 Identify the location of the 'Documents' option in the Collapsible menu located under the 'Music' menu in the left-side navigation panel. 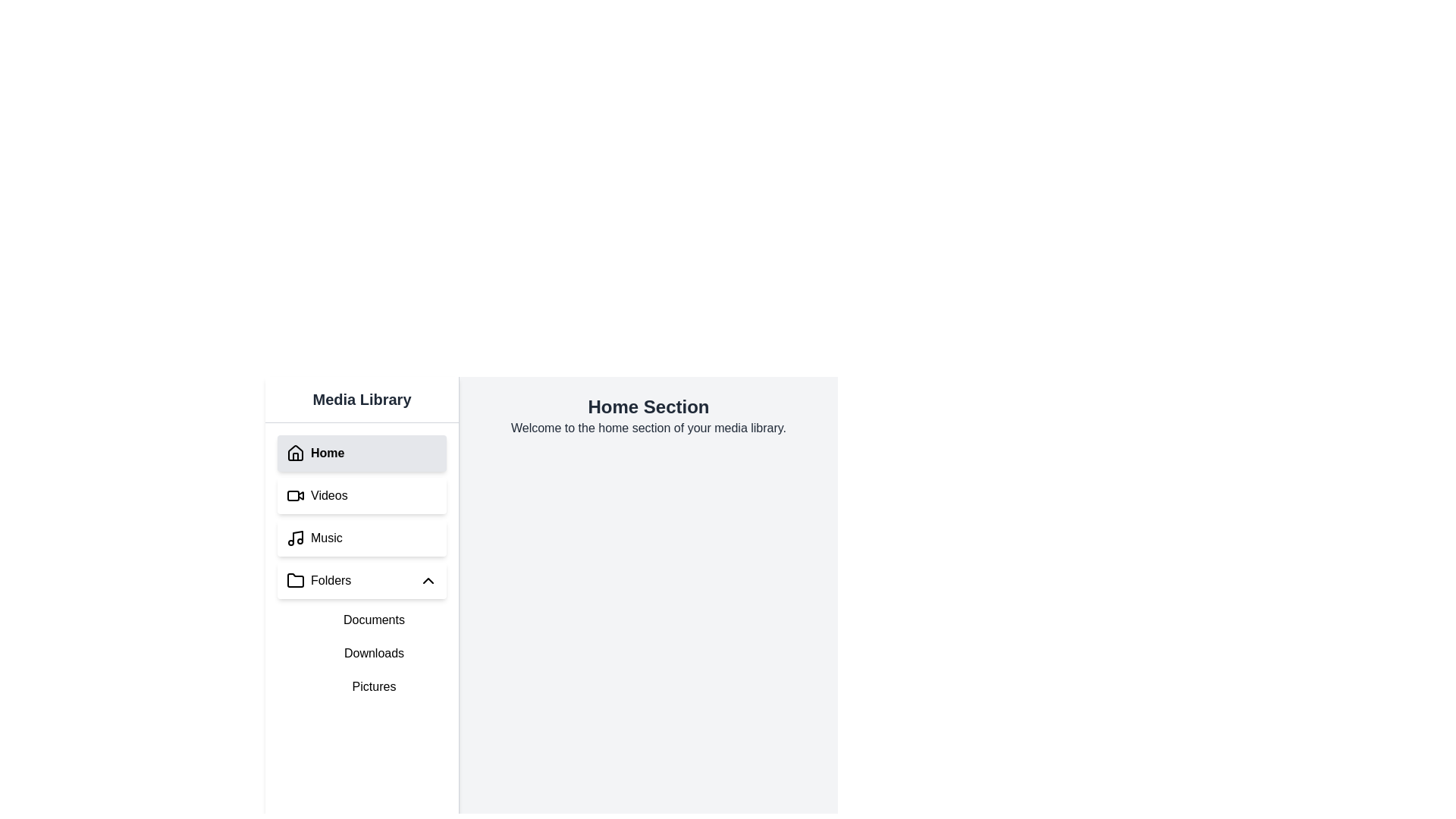
(361, 632).